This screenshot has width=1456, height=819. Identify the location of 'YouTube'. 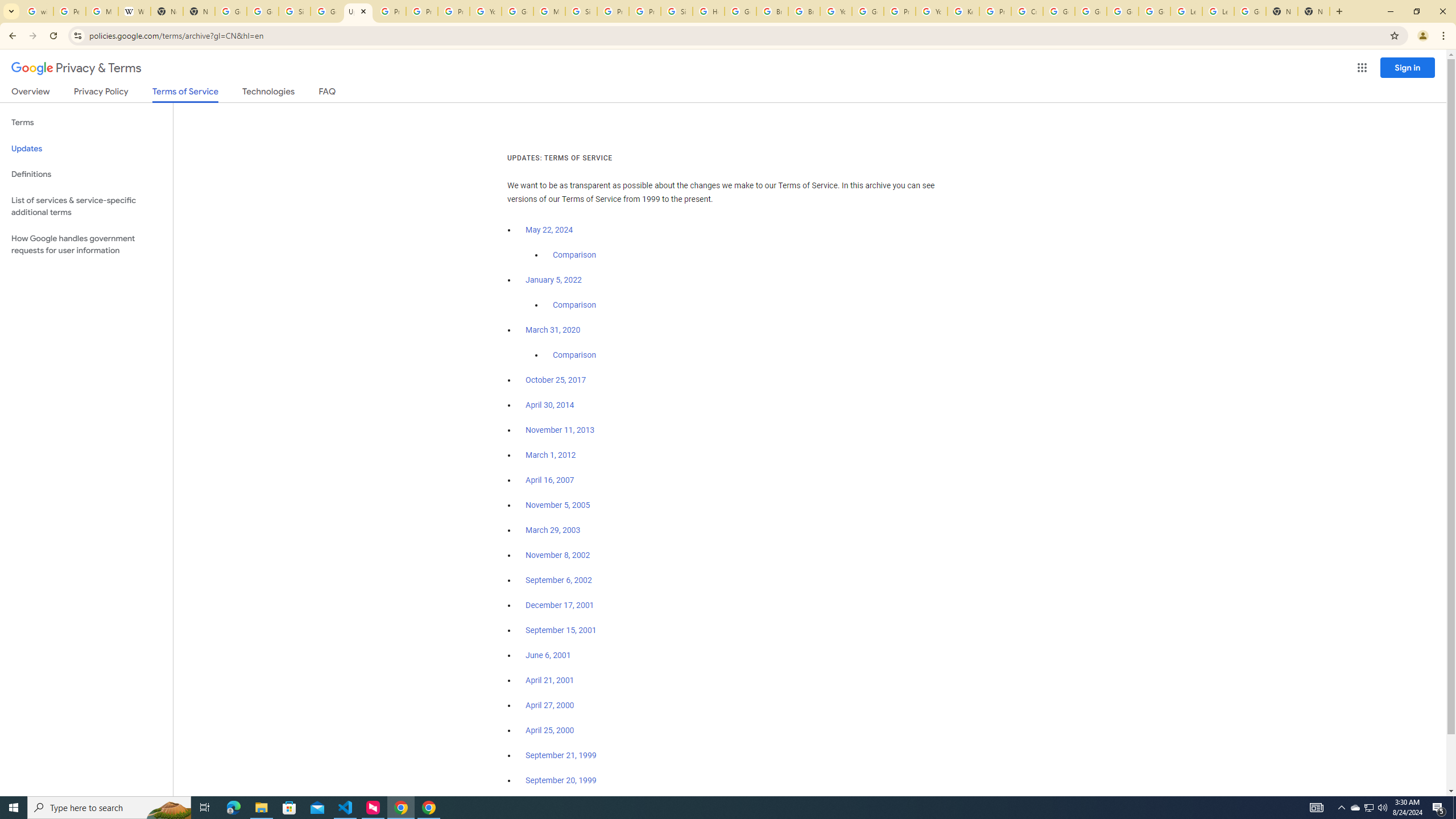
(485, 11).